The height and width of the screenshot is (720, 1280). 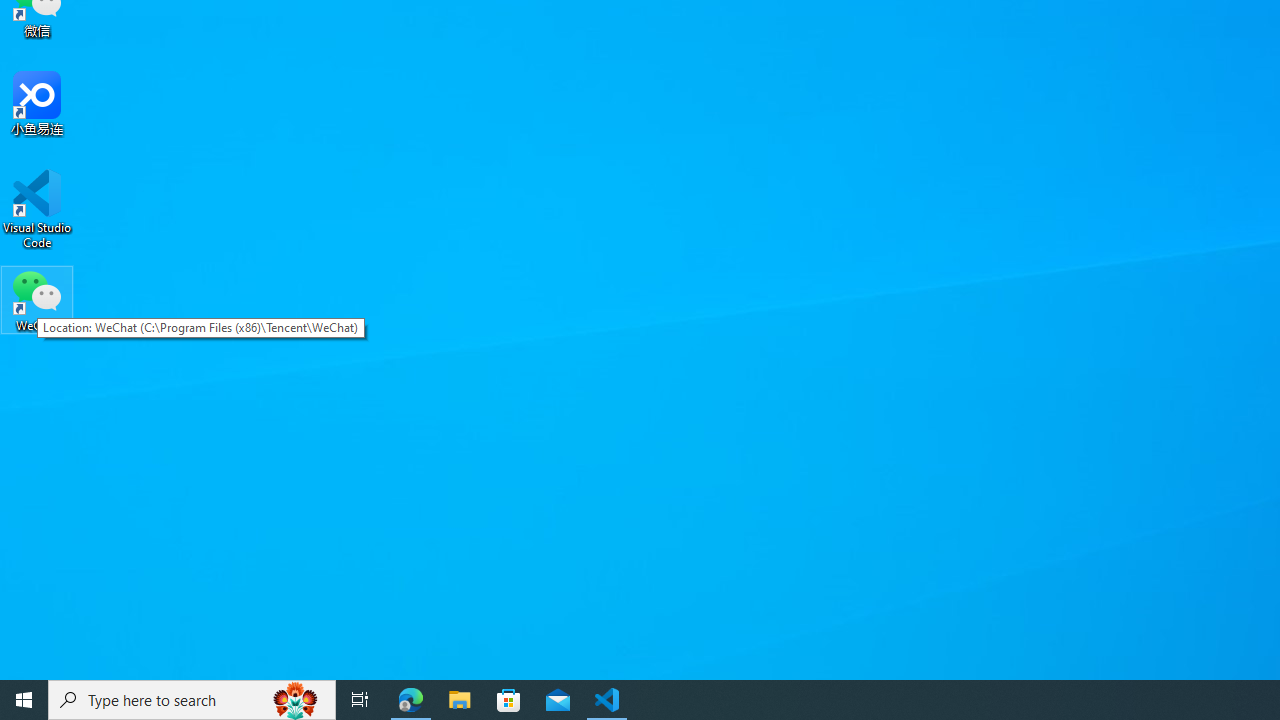 I want to click on 'WeChat', so click(x=37, y=299).